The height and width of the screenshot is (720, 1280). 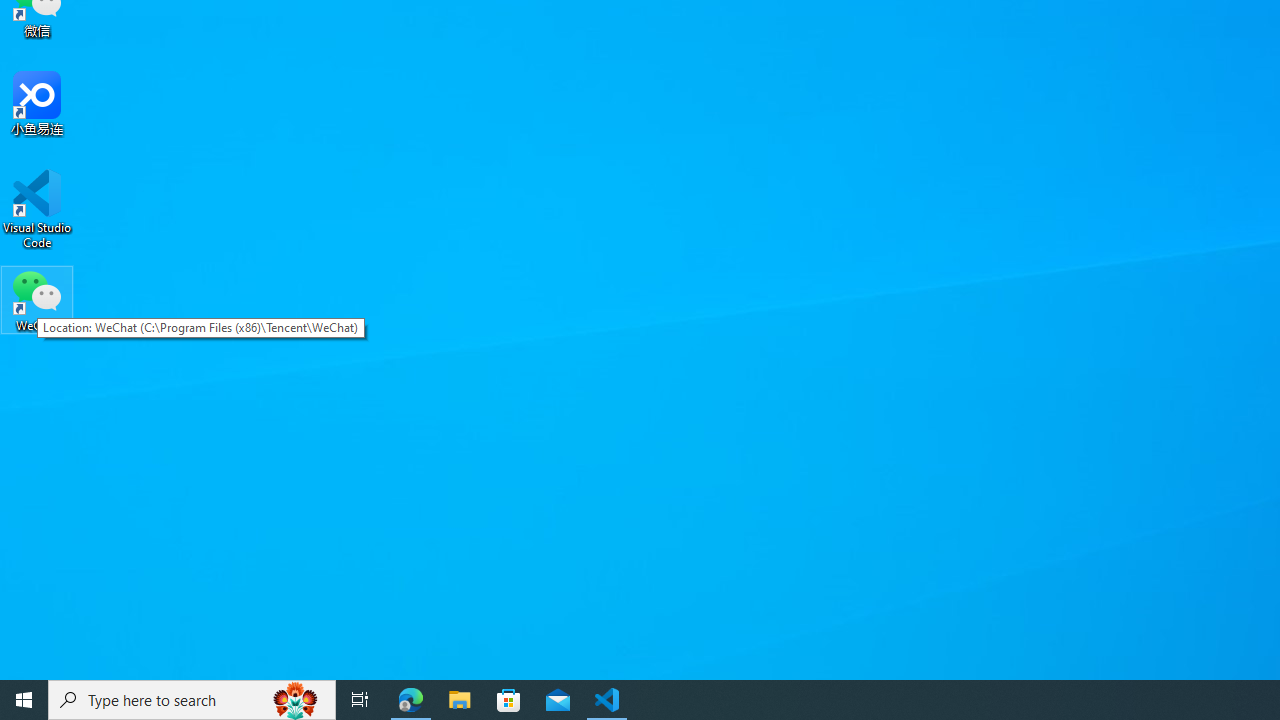 I want to click on 'WeChat', so click(x=37, y=299).